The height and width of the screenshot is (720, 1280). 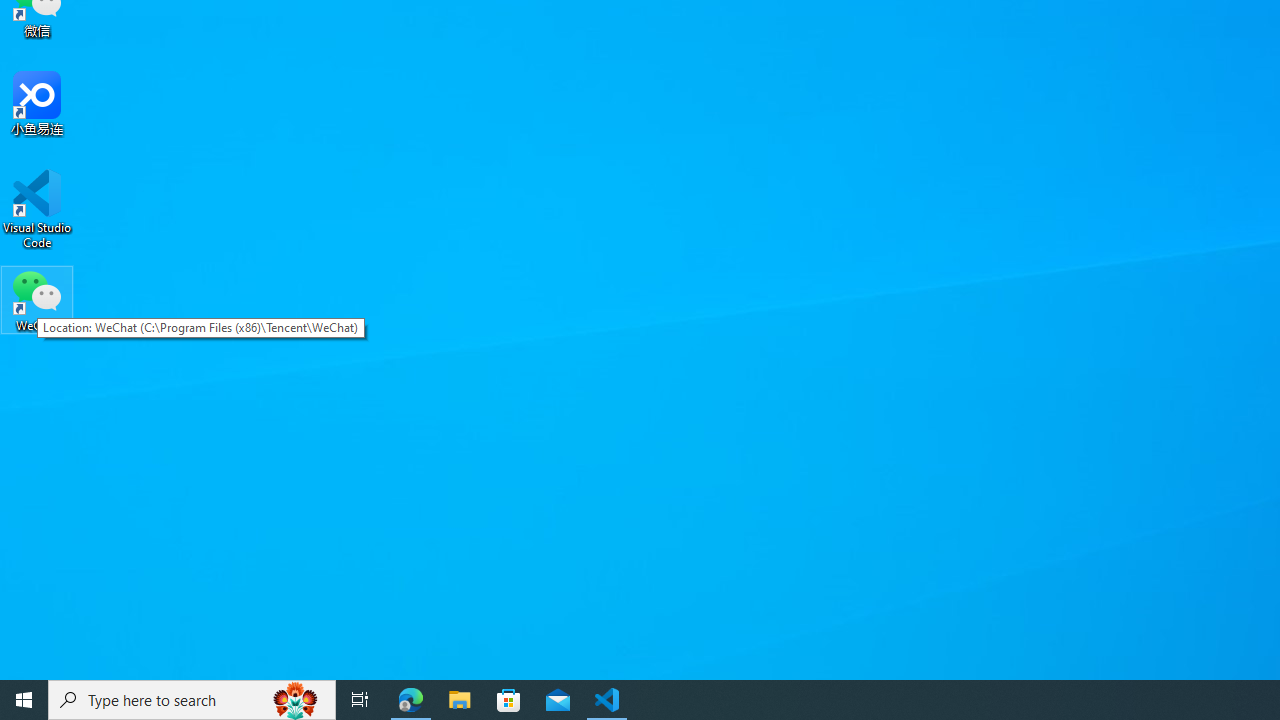 I want to click on 'WeChat', so click(x=37, y=299).